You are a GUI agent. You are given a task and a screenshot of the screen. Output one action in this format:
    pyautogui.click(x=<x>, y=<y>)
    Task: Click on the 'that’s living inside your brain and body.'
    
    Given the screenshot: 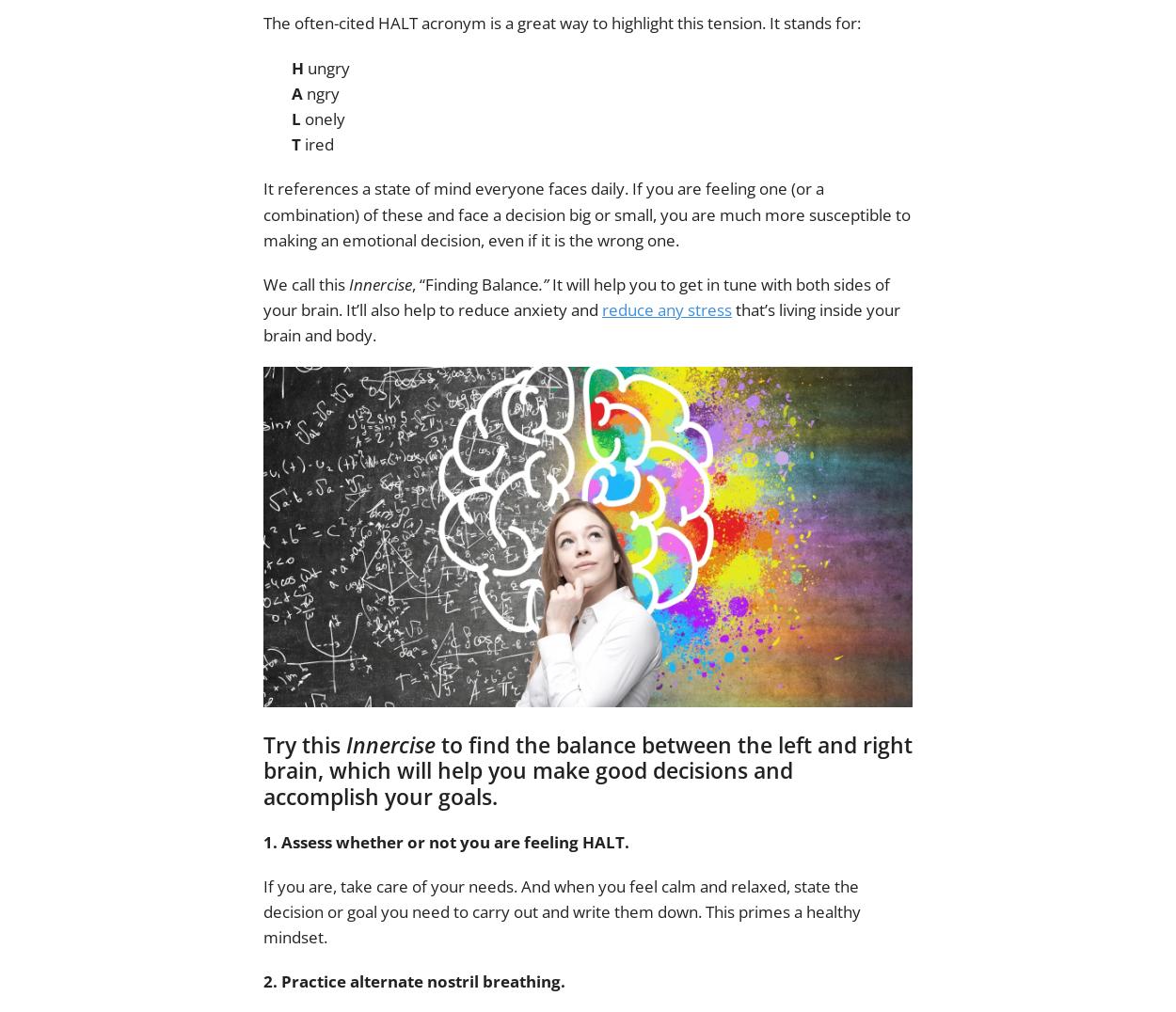 What is the action you would take?
    pyautogui.click(x=580, y=323)
    